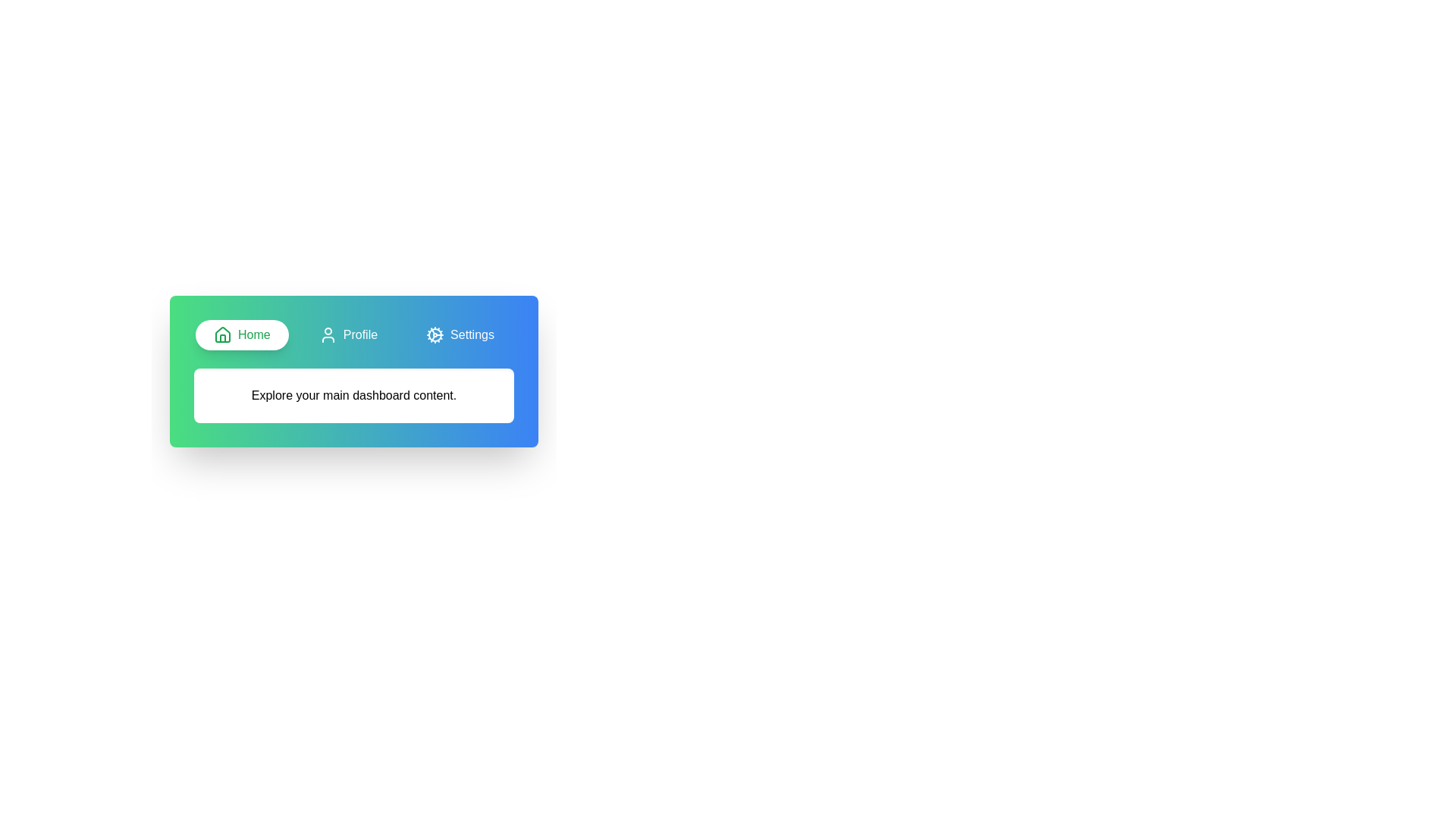 This screenshot has width=1456, height=819. What do you see at coordinates (241, 334) in the screenshot?
I see `the tab labeled Home` at bounding box center [241, 334].